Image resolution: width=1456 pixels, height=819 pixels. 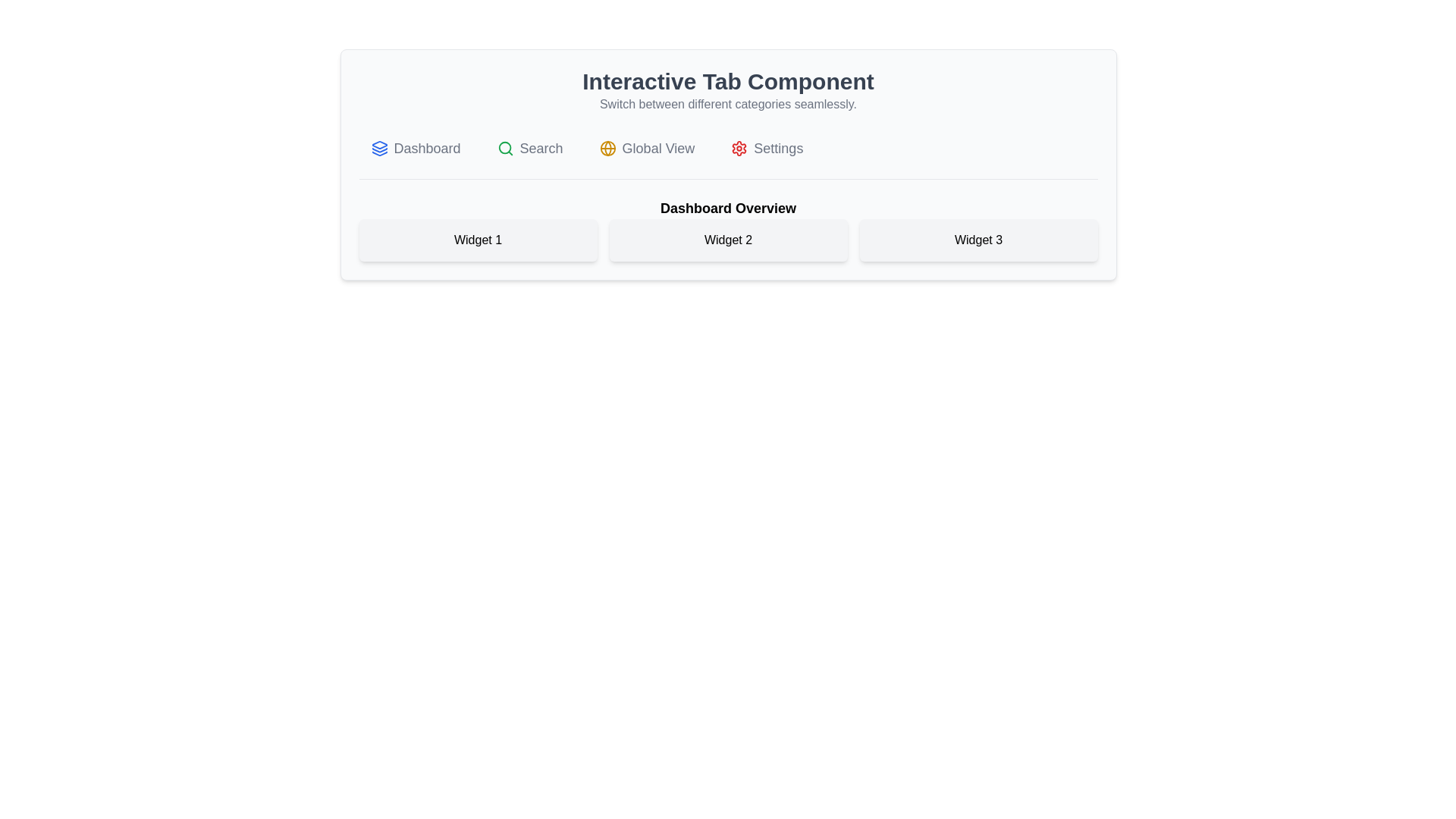 I want to click on the text label for the search button located second in the navigation options, positioned to the right of the green magnifying glass icon, so click(x=541, y=149).